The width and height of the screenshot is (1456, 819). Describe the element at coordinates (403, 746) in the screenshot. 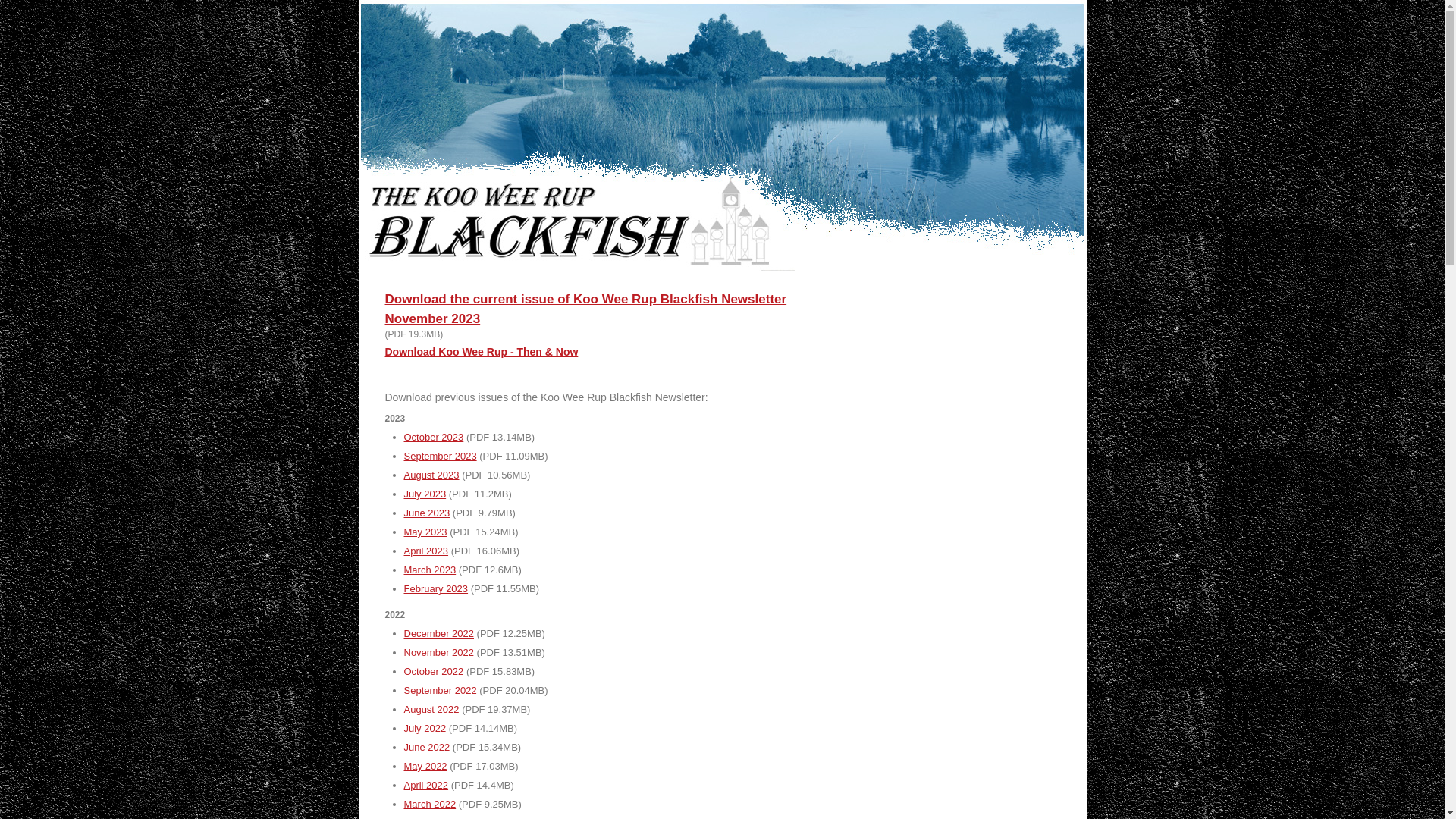

I see `'June 2022'` at that location.